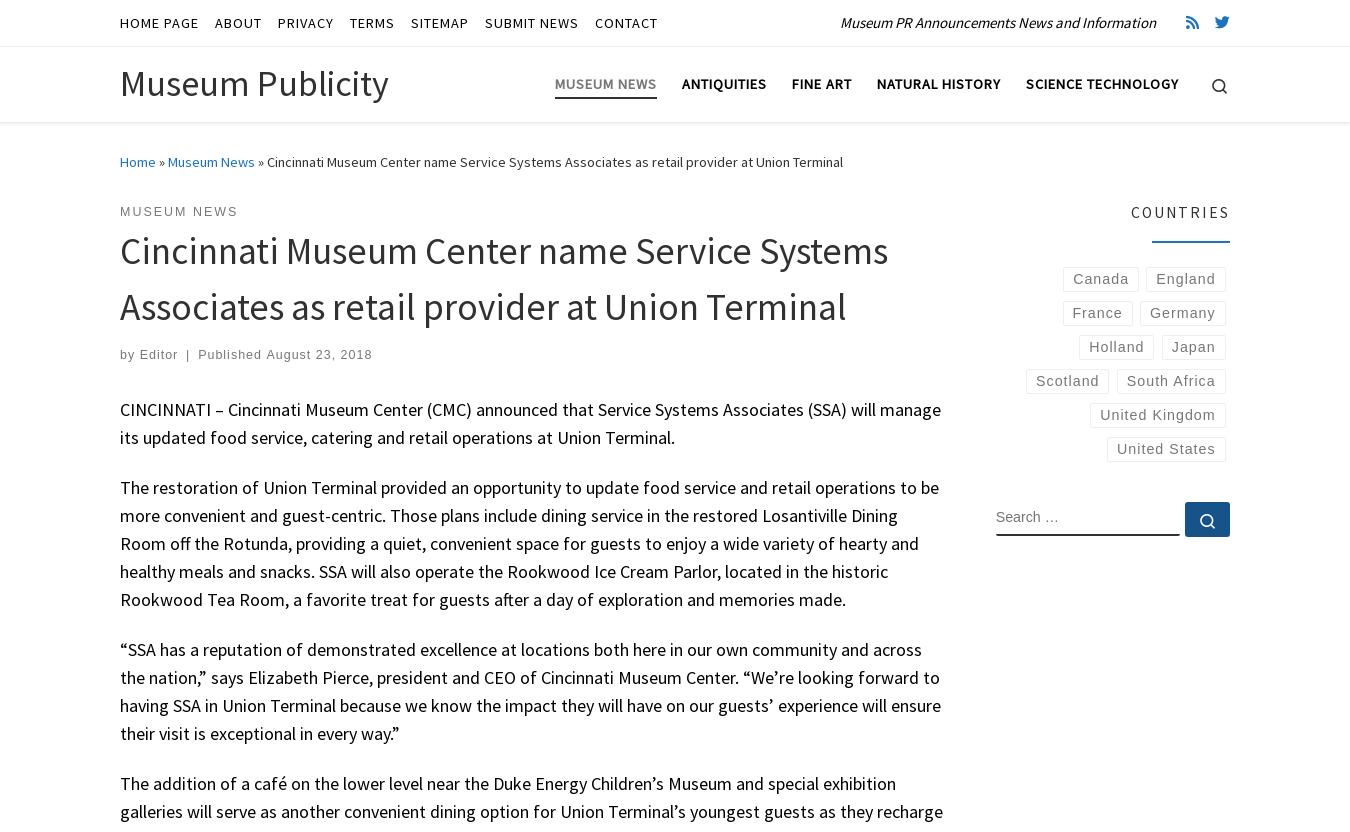  Describe the element at coordinates (1101, 277) in the screenshot. I see `'Canada'` at that location.